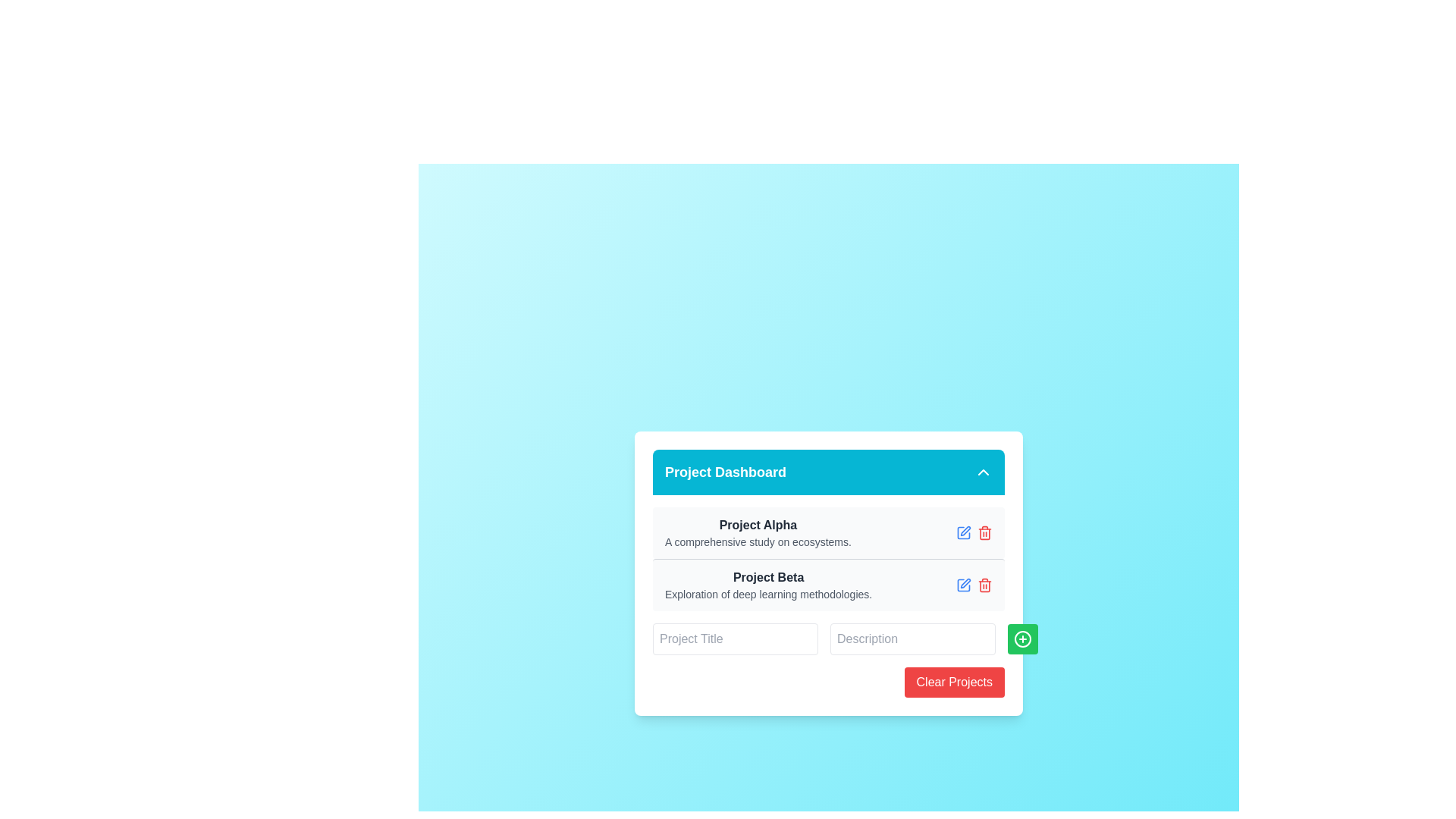 The height and width of the screenshot is (819, 1456). I want to click on the circular green button with a white border and a plus icon, so click(1022, 638).